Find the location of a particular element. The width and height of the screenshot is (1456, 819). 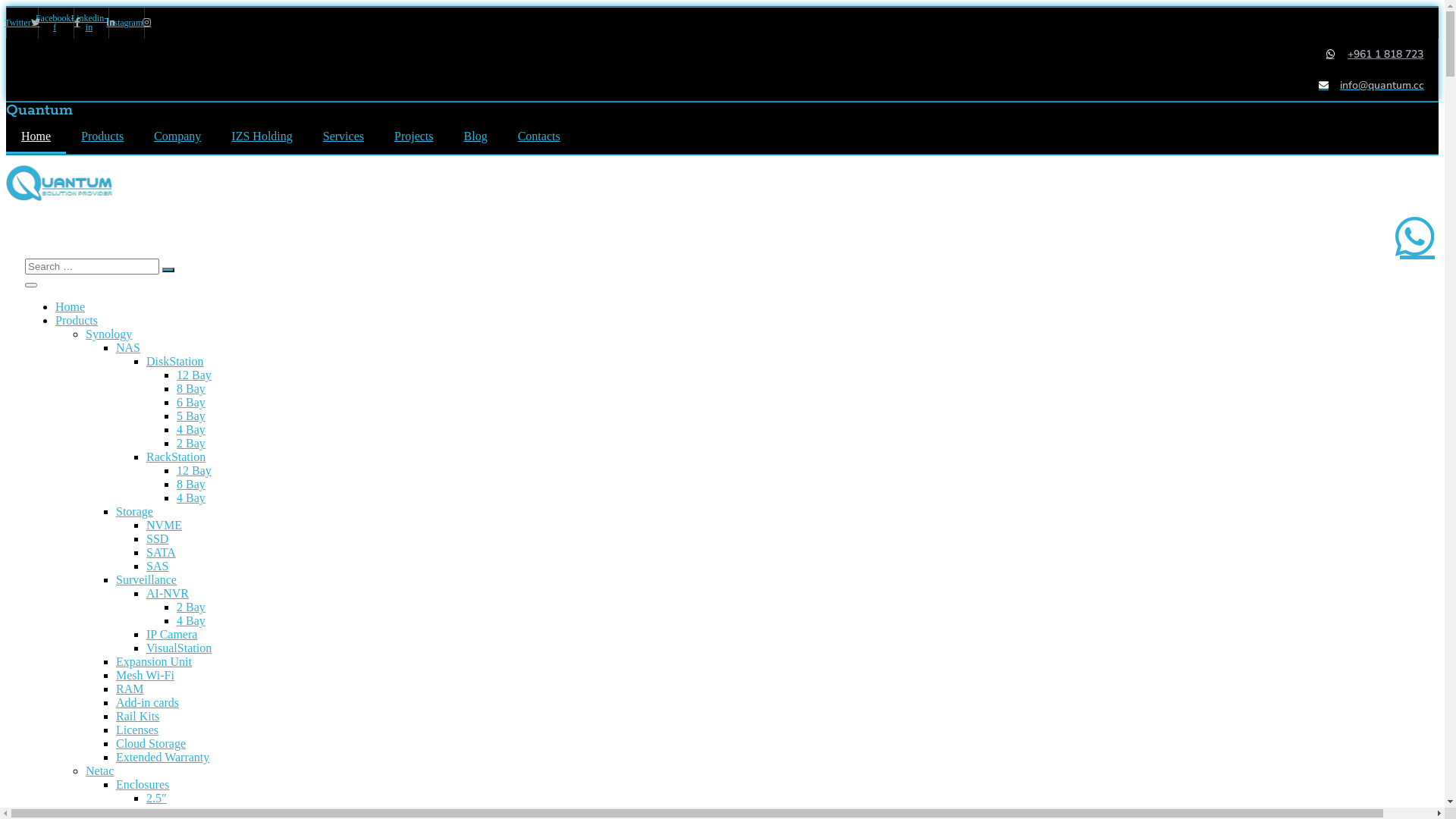

'Twitter' is located at coordinates (22, 23).